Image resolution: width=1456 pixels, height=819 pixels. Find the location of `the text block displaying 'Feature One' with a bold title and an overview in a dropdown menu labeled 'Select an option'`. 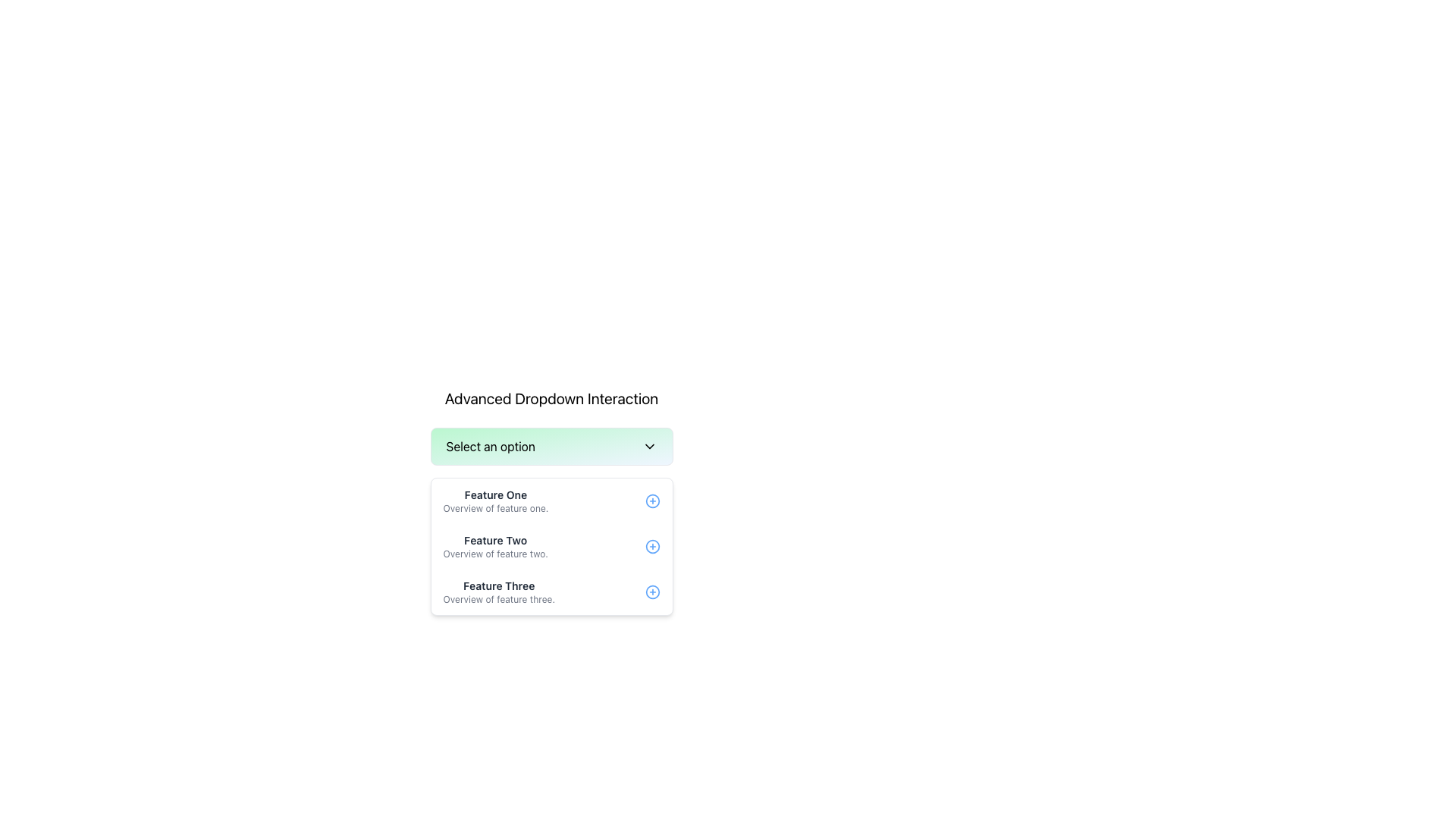

the text block displaying 'Feature One' with a bold title and an overview in a dropdown menu labeled 'Select an option' is located at coordinates (495, 500).